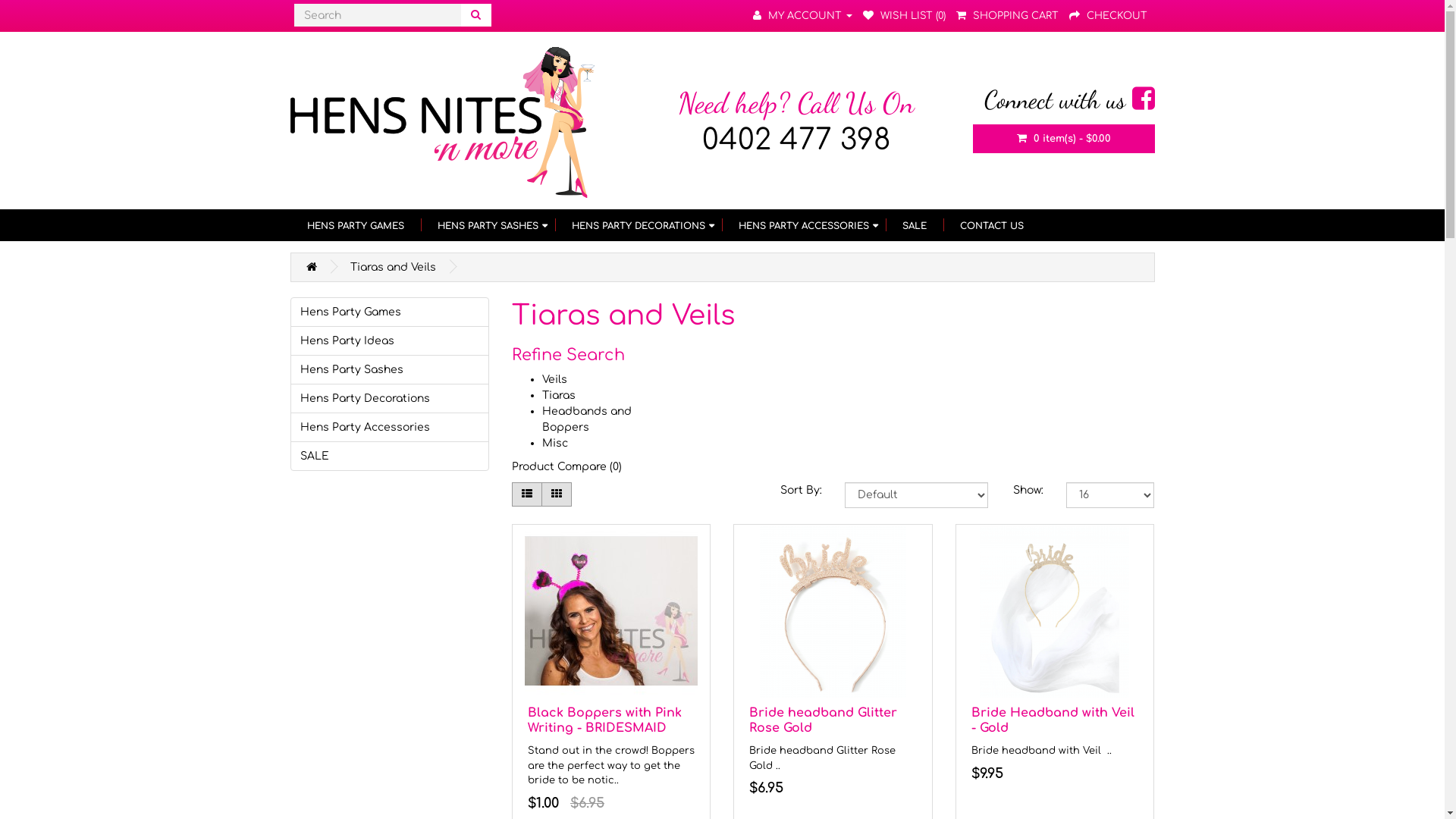 The width and height of the screenshot is (1456, 819). What do you see at coordinates (954, 15) in the screenshot?
I see `'SHOPPING CART'` at bounding box center [954, 15].